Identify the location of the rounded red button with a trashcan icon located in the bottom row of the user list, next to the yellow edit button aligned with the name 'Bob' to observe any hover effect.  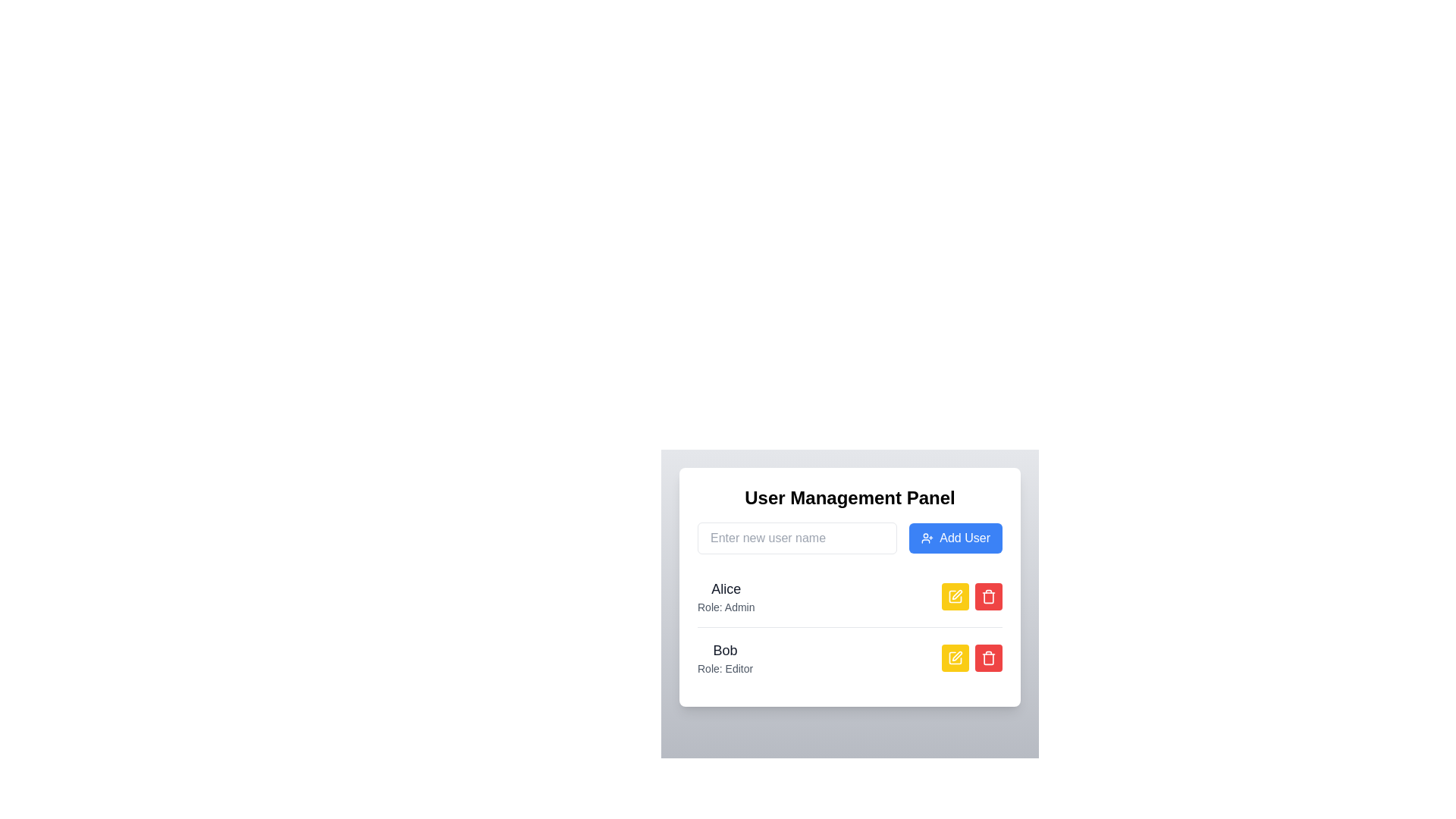
(989, 657).